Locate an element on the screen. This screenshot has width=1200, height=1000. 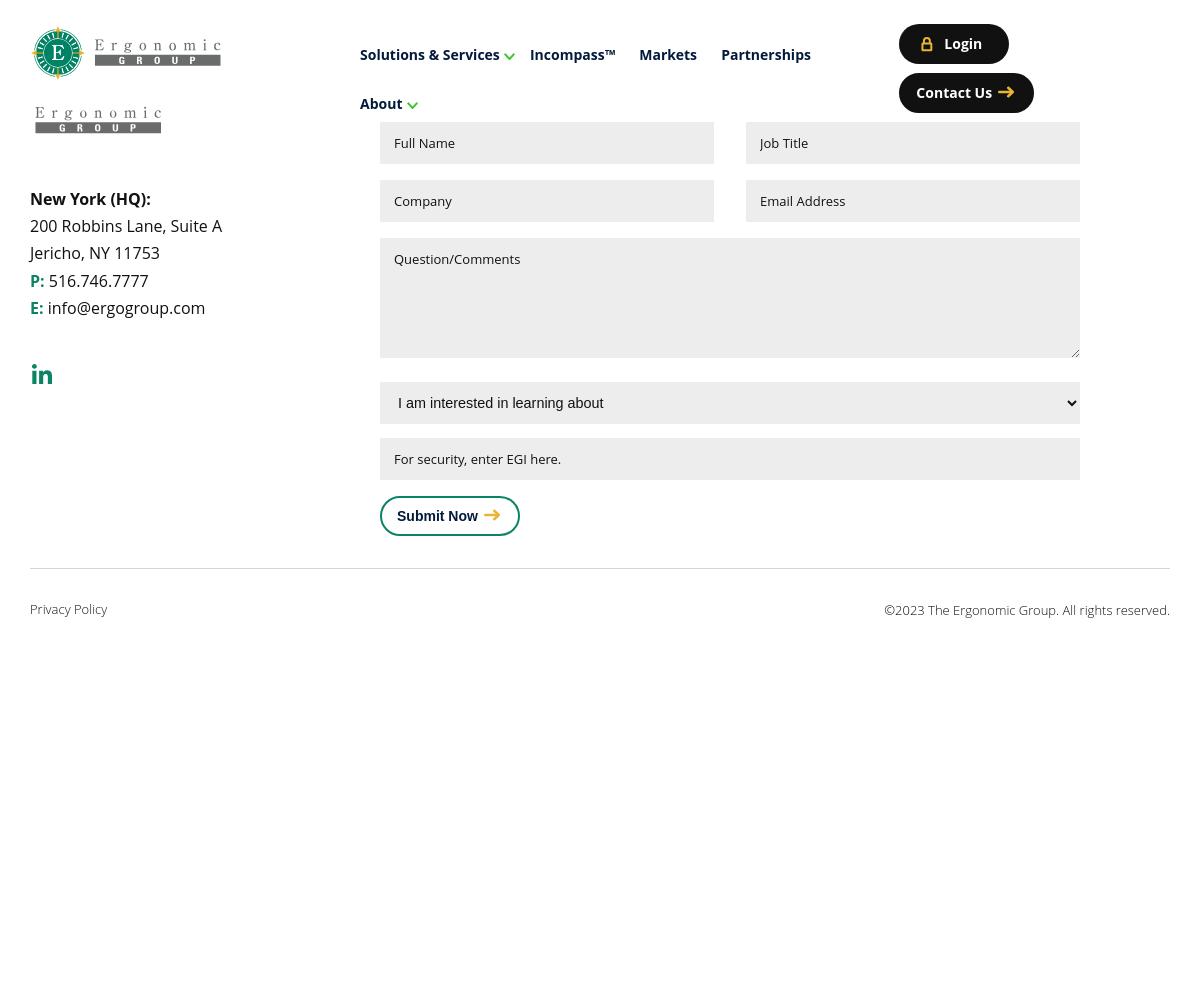
'Login' is located at coordinates (963, 43).